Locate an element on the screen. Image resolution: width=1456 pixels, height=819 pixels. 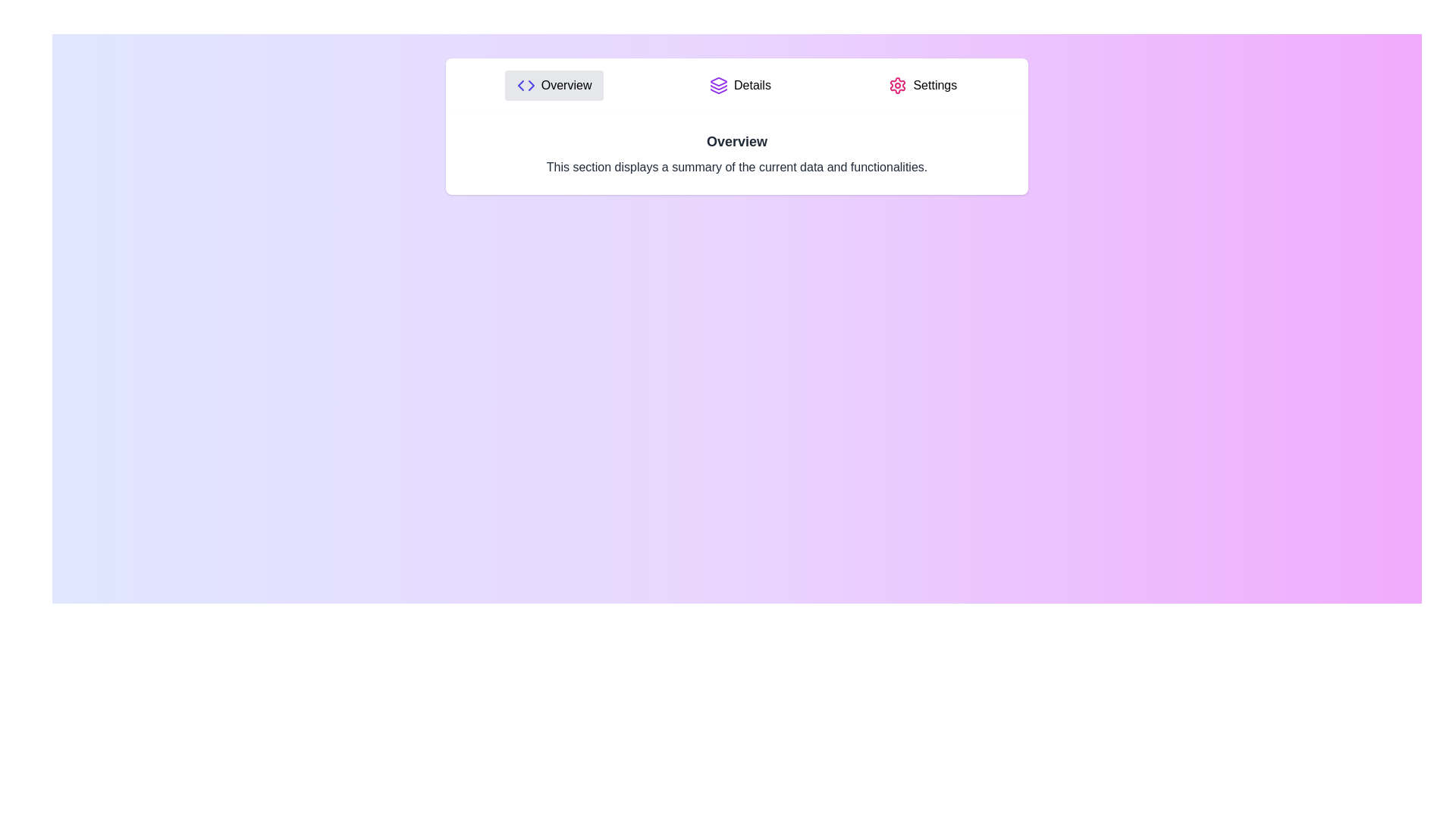
the 'Details' button to interact with the purple SVG Icon located on its left side is located at coordinates (717, 85).